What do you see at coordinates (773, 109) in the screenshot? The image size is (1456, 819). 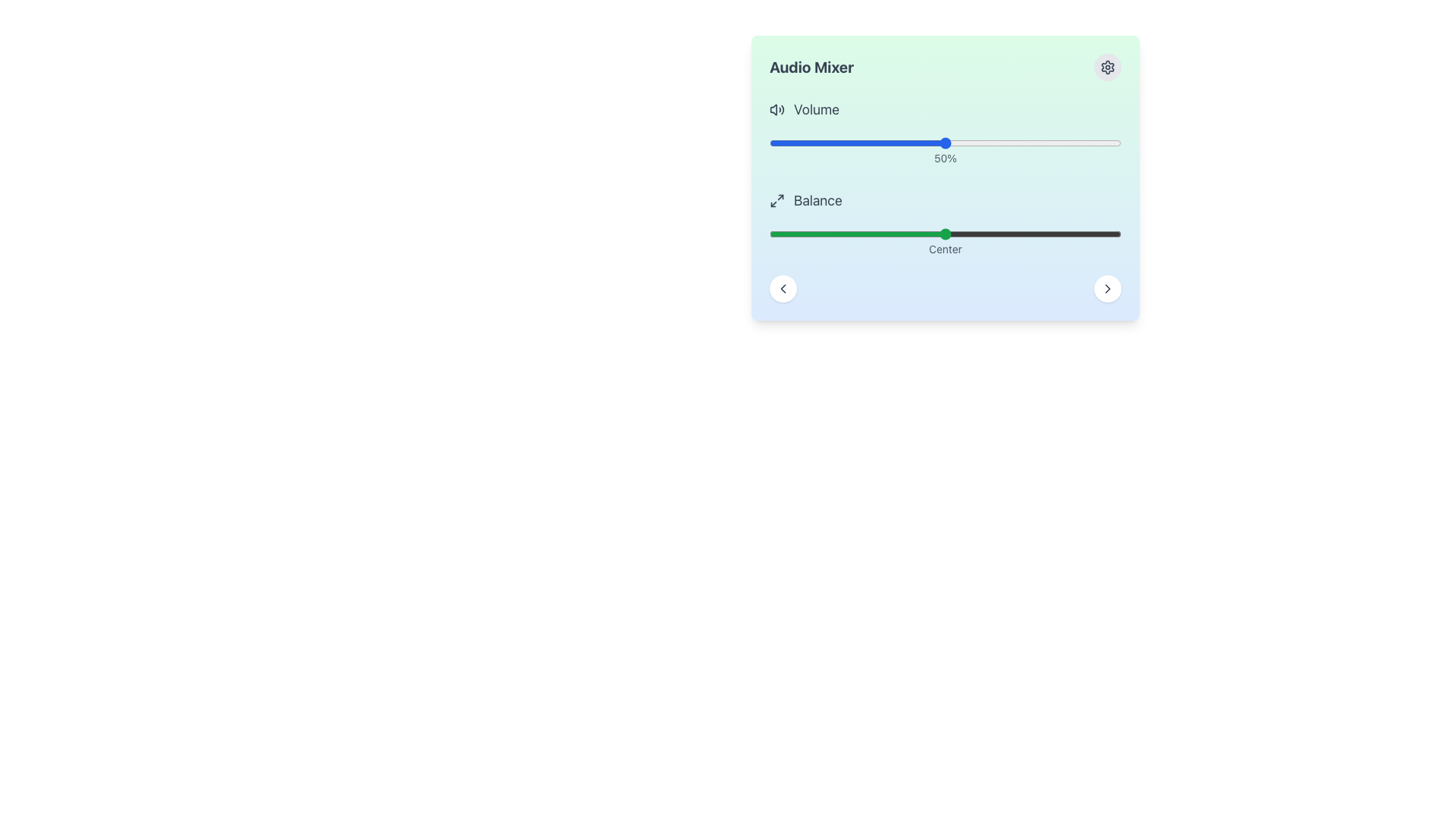 I see `the audio volume control icon, which is represented` at bounding box center [773, 109].